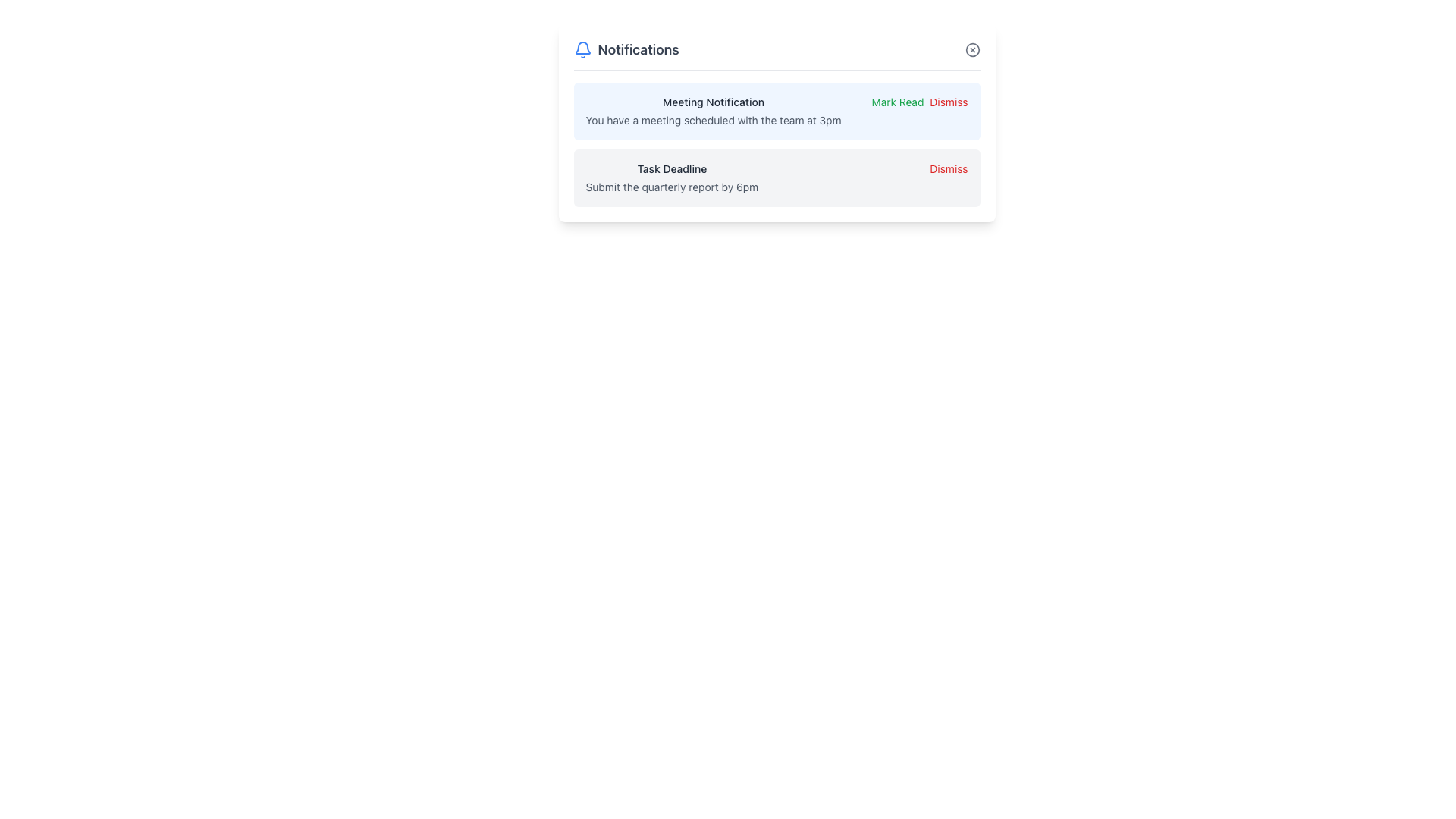  I want to click on the Text Label that serves as the title or header for the notification, positioned above the detail text 'Submit the quarterly report by 6pm.', so click(671, 169).